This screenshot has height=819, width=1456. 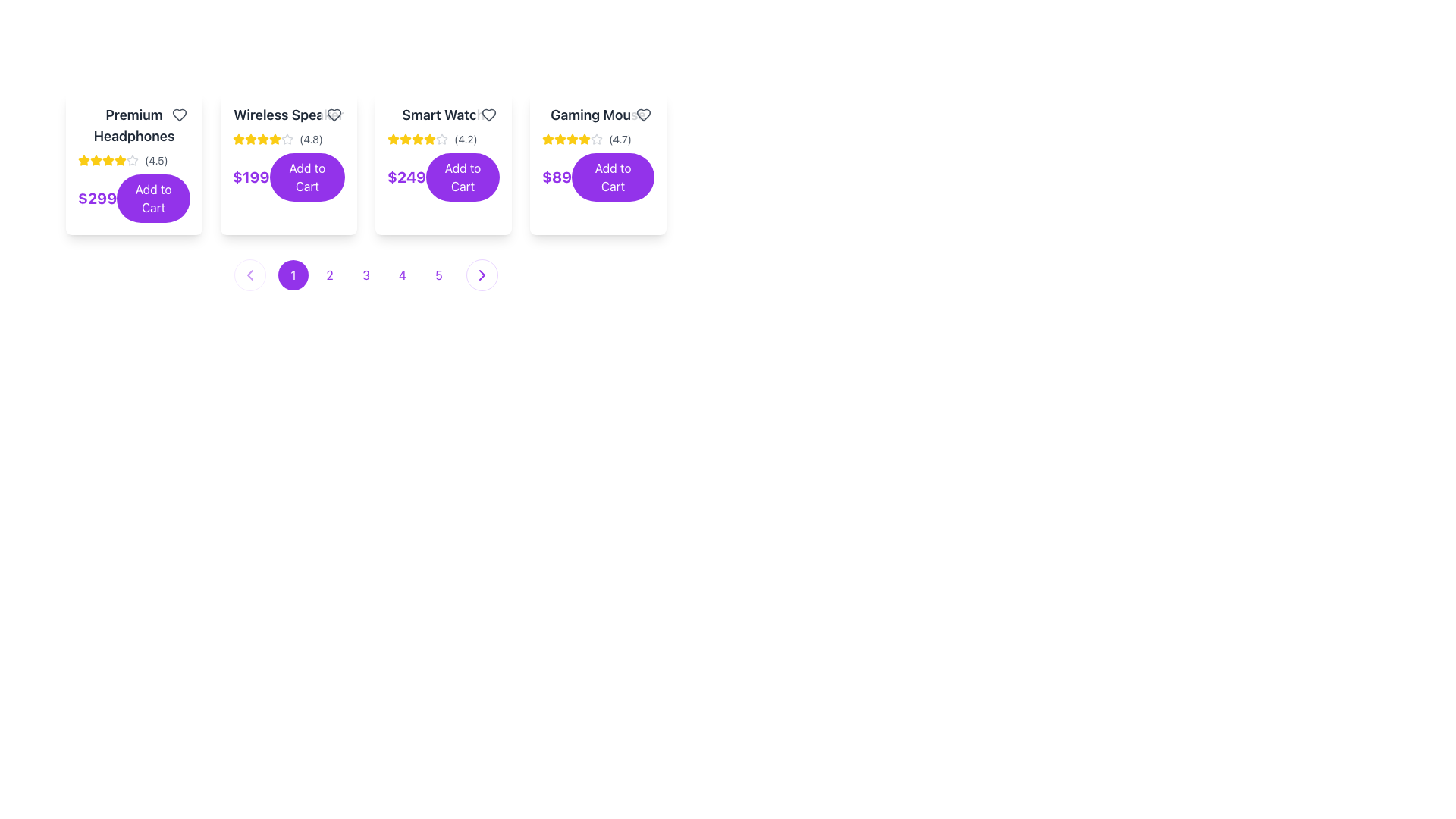 I want to click on the third yellow star icon in the rating row of the 'Smart Watch' product card, which indicates active engagement with a rating system, so click(x=428, y=139).